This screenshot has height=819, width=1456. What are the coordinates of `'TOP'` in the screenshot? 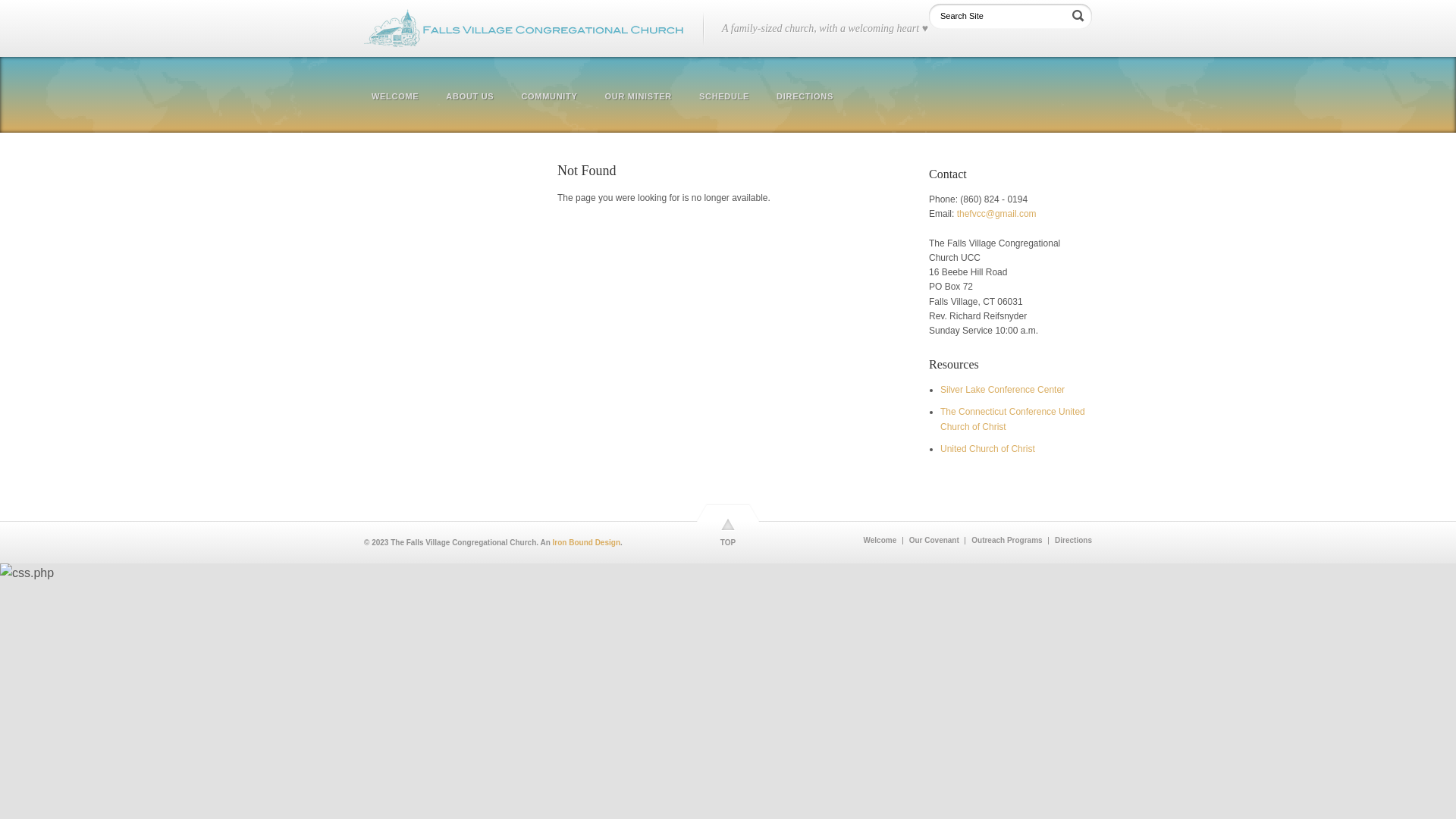 It's located at (728, 532).